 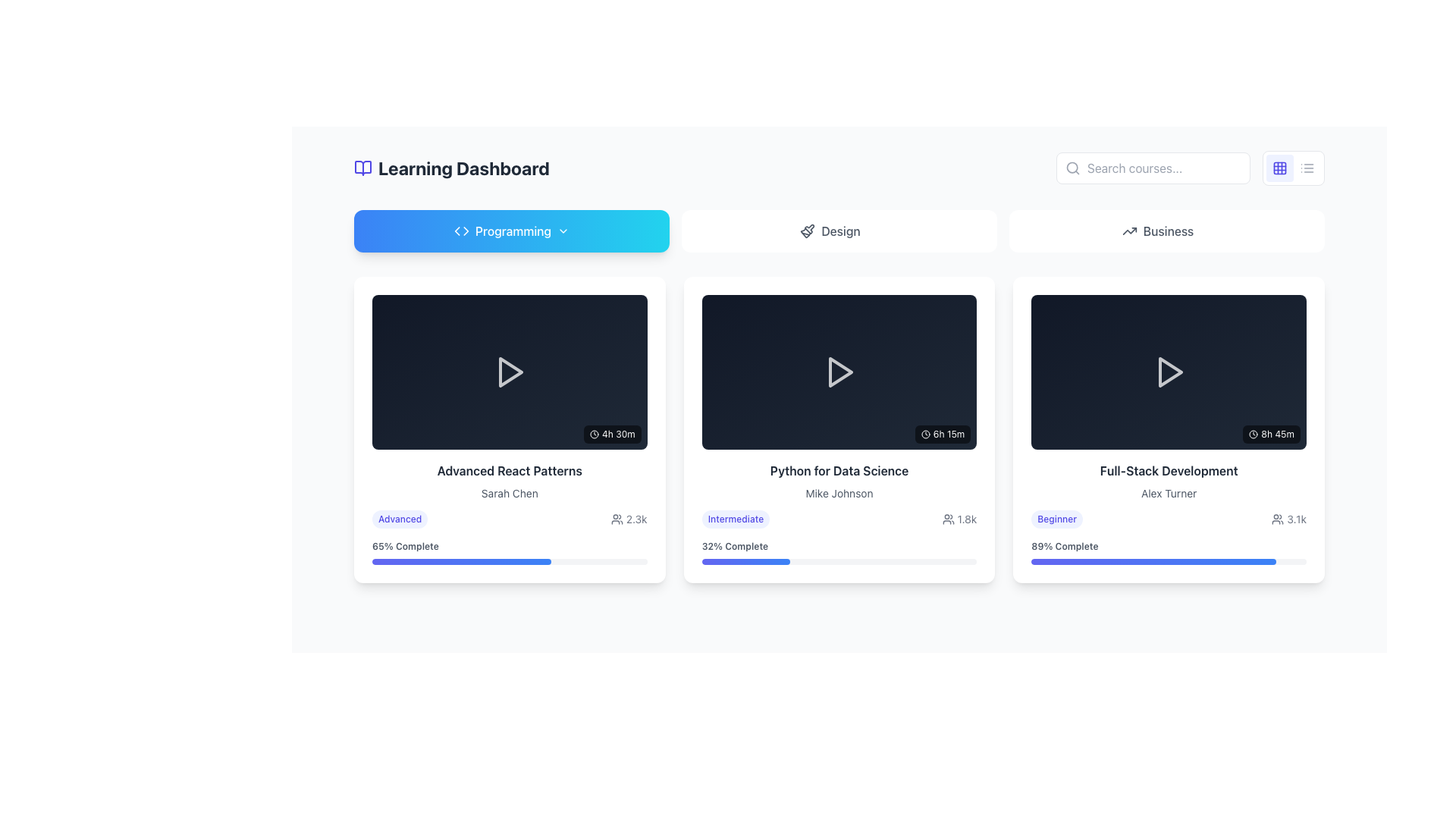 What do you see at coordinates (1168, 561) in the screenshot?
I see `the progress visually displayed on the progress bar indicating 89% completion of the 'Full-Stack Development' course` at bounding box center [1168, 561].